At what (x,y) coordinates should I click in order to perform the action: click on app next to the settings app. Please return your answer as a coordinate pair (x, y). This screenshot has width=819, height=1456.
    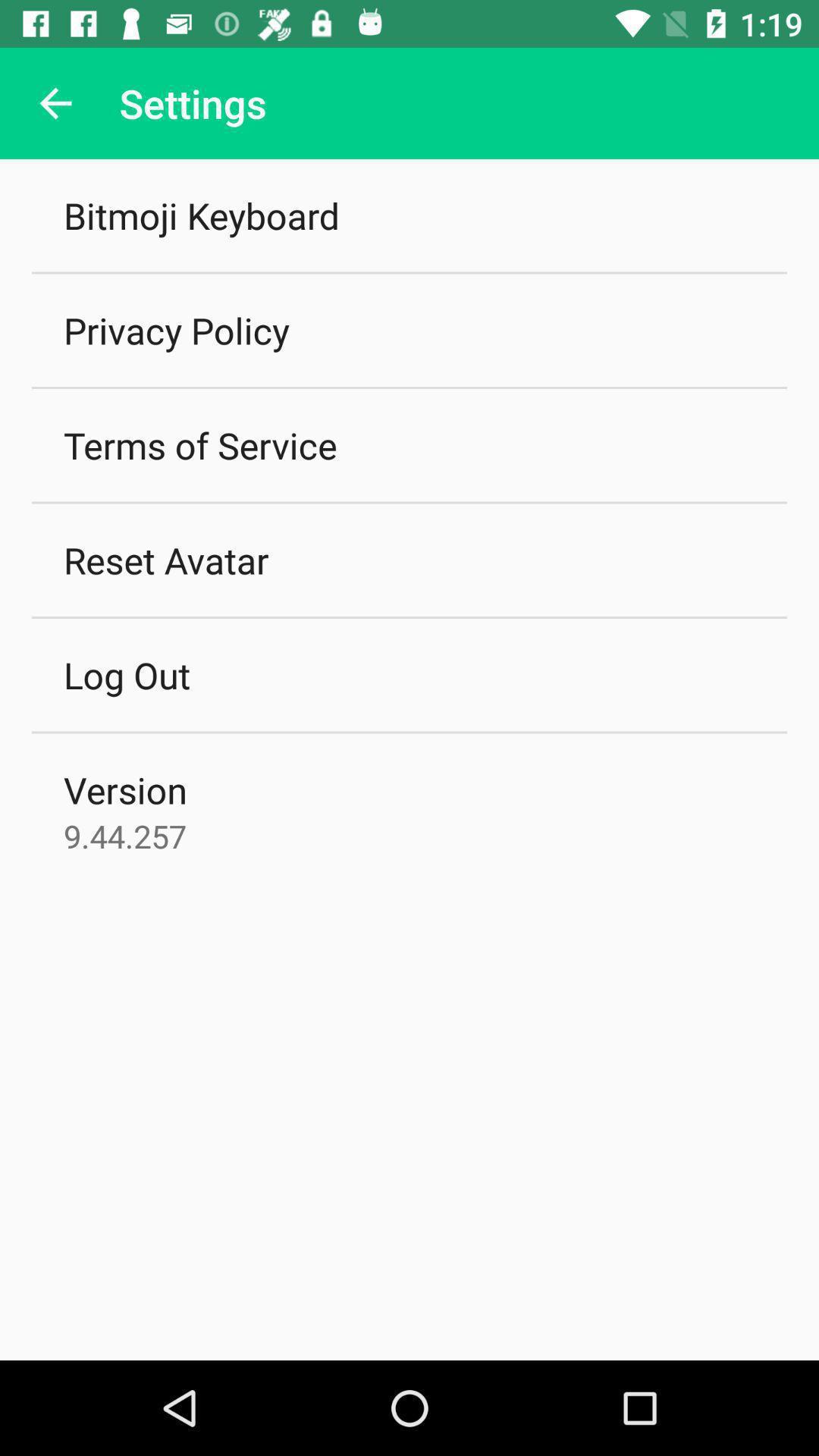
    Looking at the image, I should click on (55, 102).